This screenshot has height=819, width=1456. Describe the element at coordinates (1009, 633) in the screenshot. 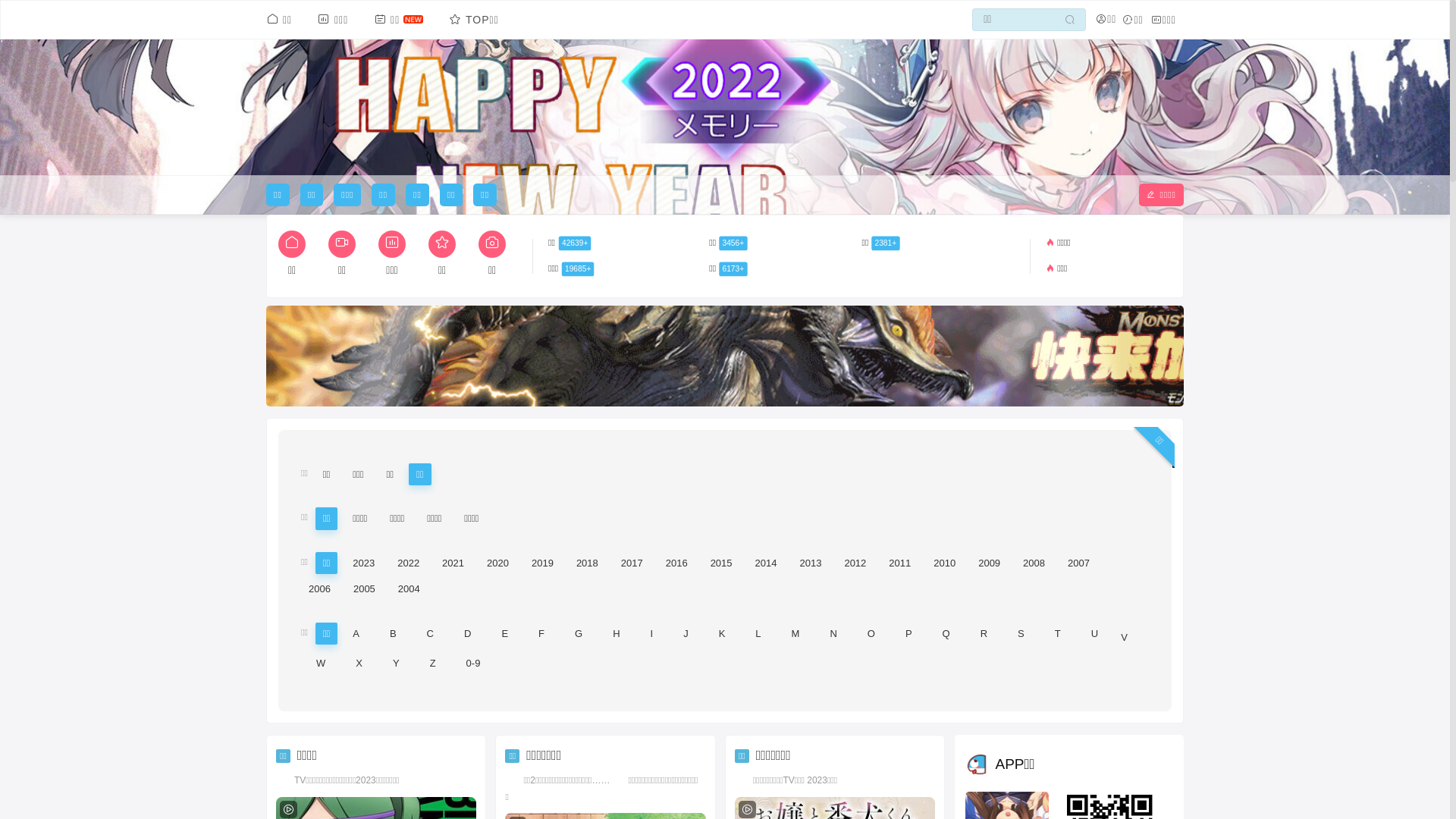

I see `'S'` at that location.